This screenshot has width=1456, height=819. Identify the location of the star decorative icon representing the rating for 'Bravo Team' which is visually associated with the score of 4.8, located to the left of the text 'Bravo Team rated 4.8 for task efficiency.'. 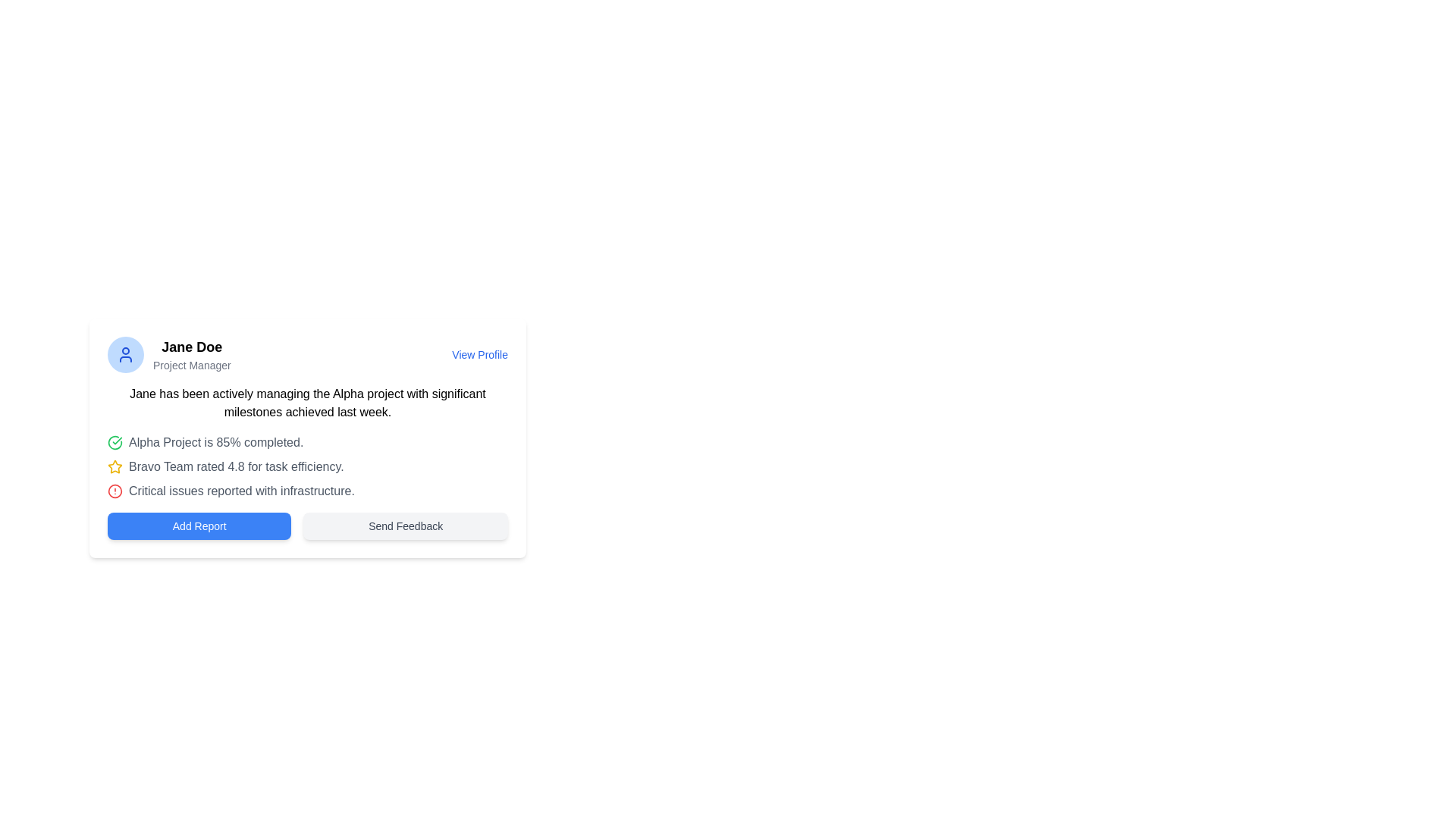
(115, 466).